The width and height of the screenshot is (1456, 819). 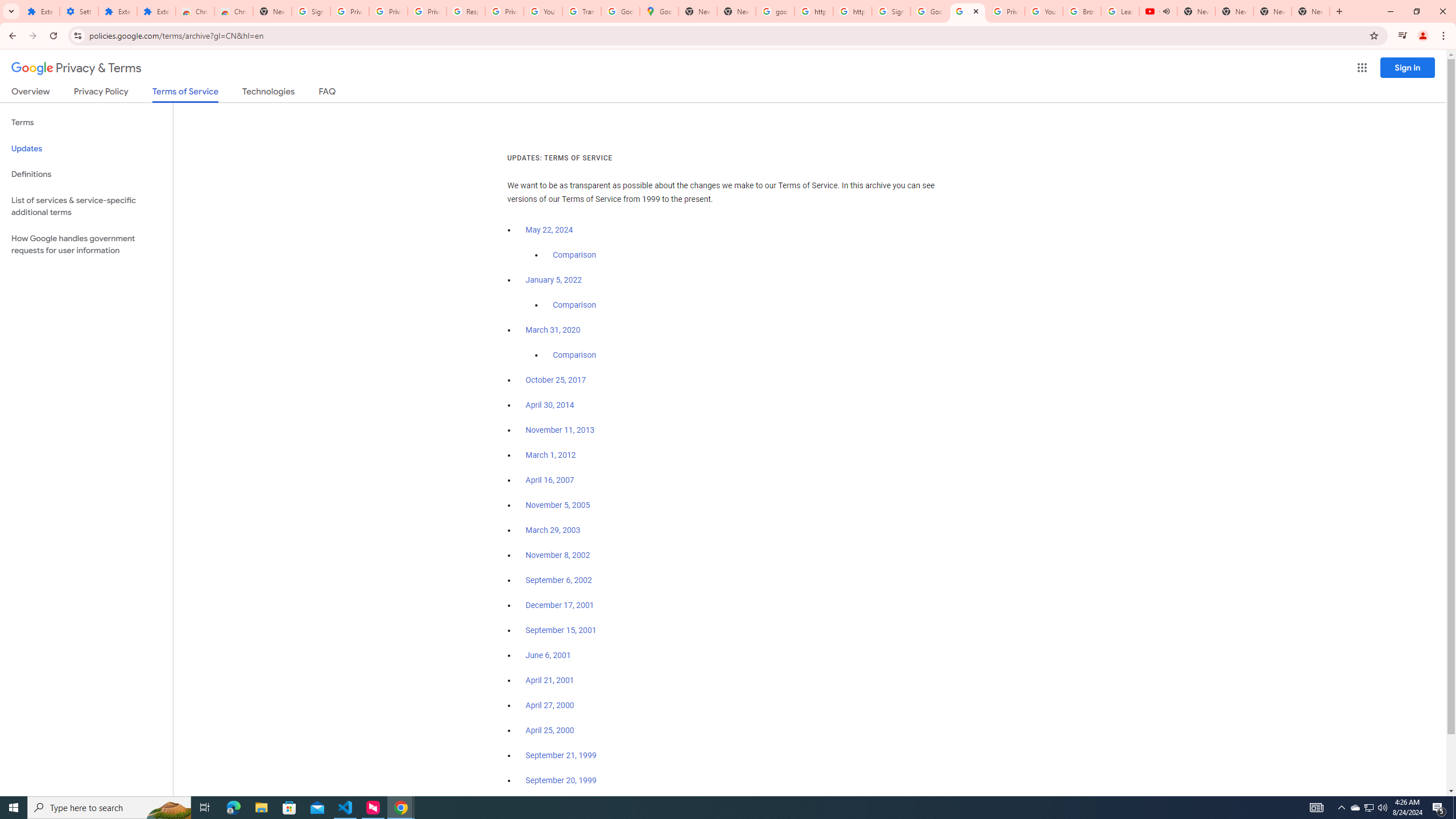 I want to click on 'Settings', so click(x=78, y=11).